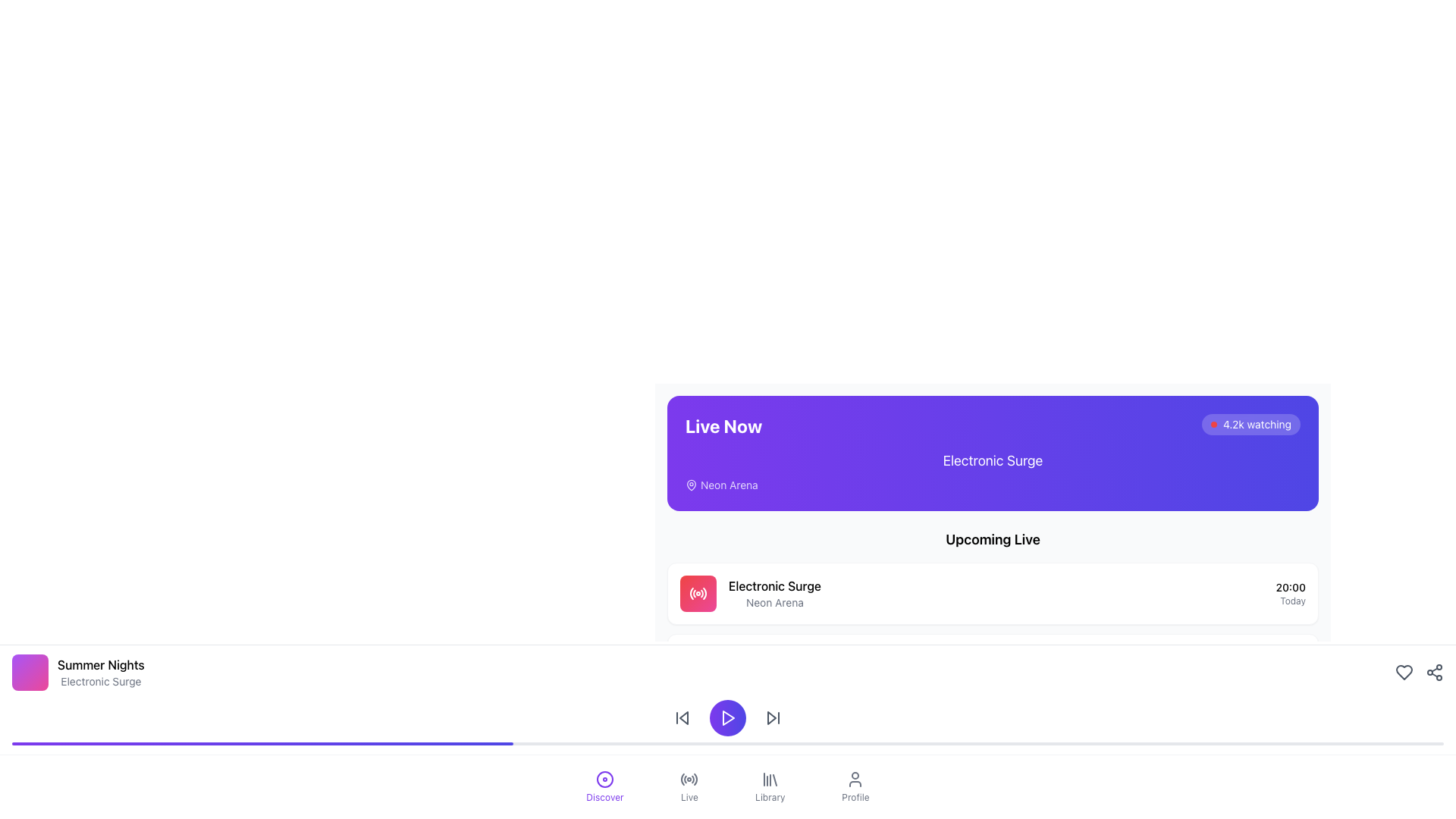 This screenshot has width=1456, height=819. I want to click on the 'Live' icon button, which resembles a radio signal with concentric circular patterns, located in the bottom navigation bar as the second item from the left, to trigger tooltip or visual feedback, so click(689, 780).